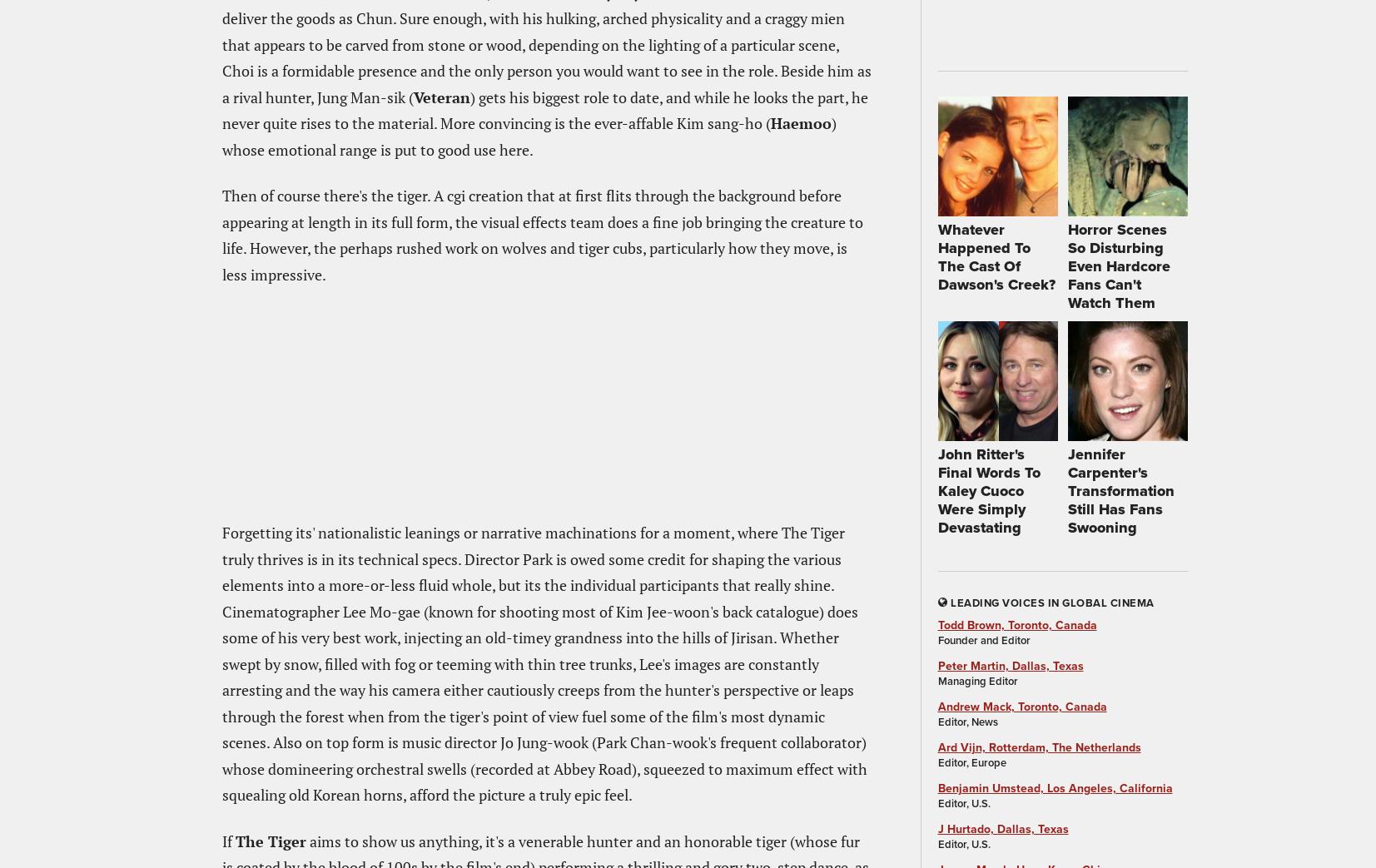 This screenshot has height=868, width=1376. I want to click on 'Benjamin Umstead, Los Angeles, California', so click(1055, 786).